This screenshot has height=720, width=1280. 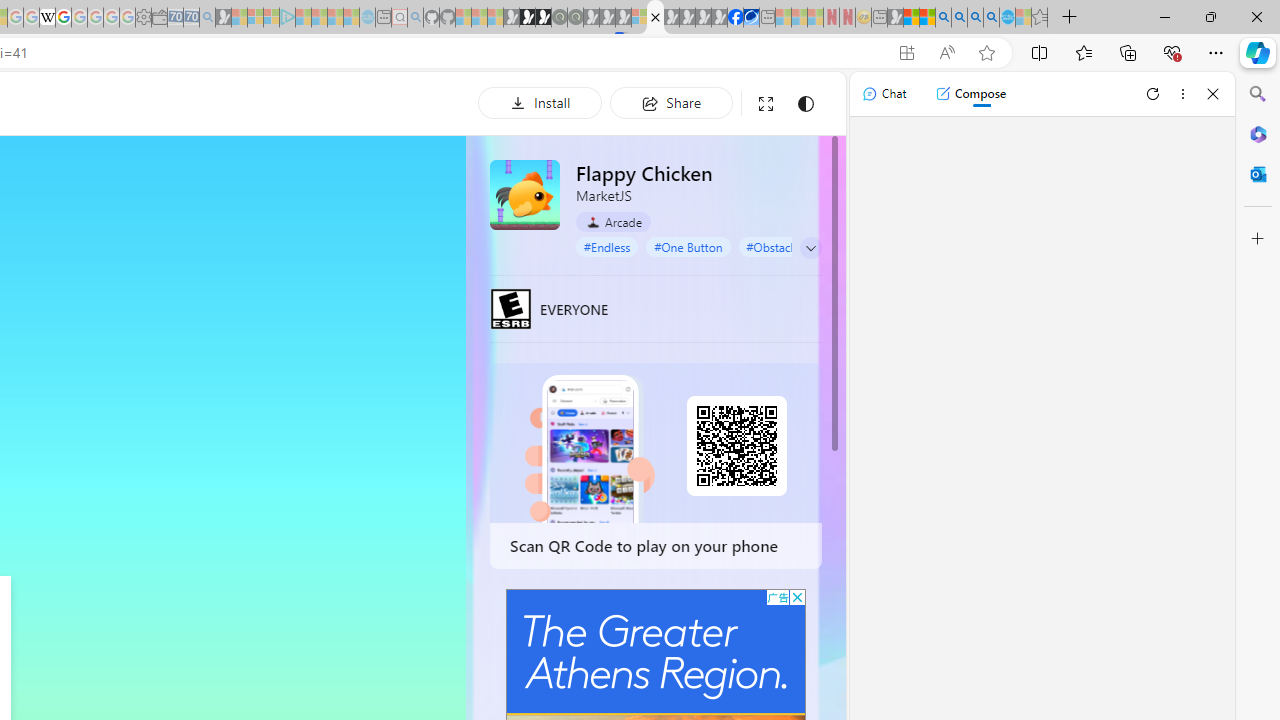 What do you see at coordinates (796, 596) in the screenshot?
I see `'AutomationID: cbb'` at bounding box center [796, 596].